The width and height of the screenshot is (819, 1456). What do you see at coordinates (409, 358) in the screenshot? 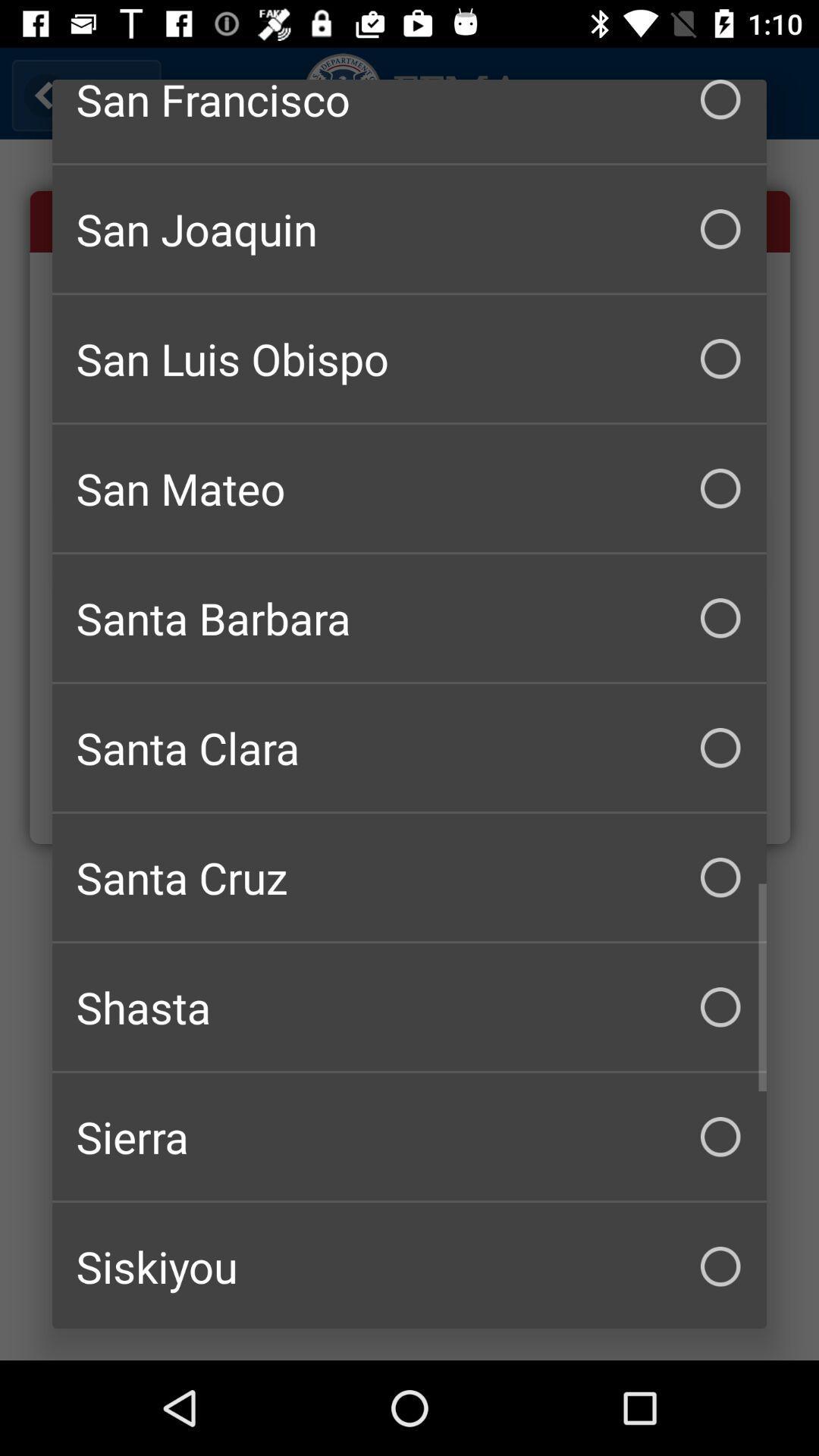
I see `checkbox below san joaquin item` at bounding box center [409, 358].